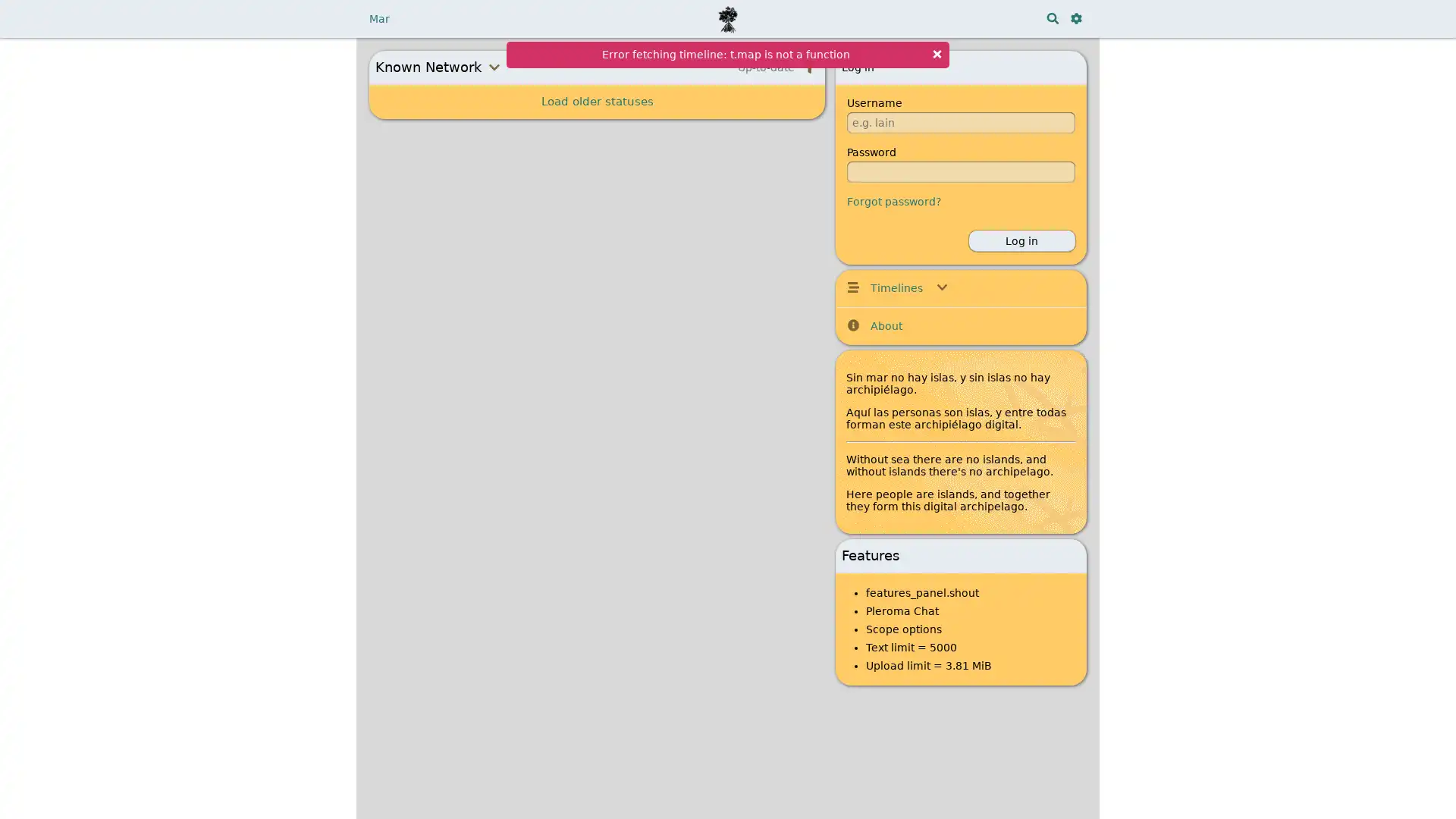 The width and height of the screenshot is (1456, 819). I want to click on Known Network, so click(502, 66).